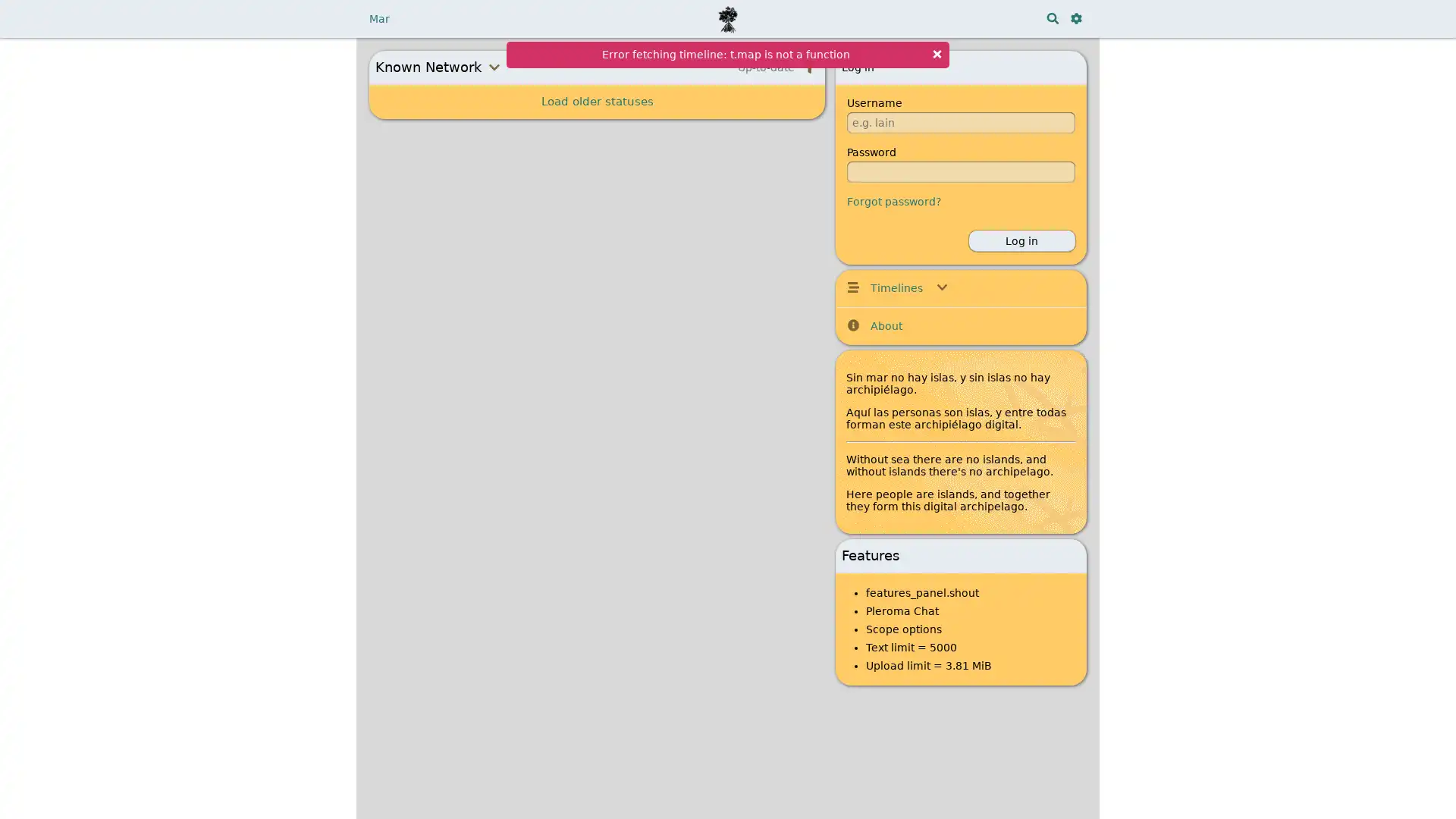 The width and height of the screenshot is (1456, 819). I want to click on Known Network, so click(502, 66).